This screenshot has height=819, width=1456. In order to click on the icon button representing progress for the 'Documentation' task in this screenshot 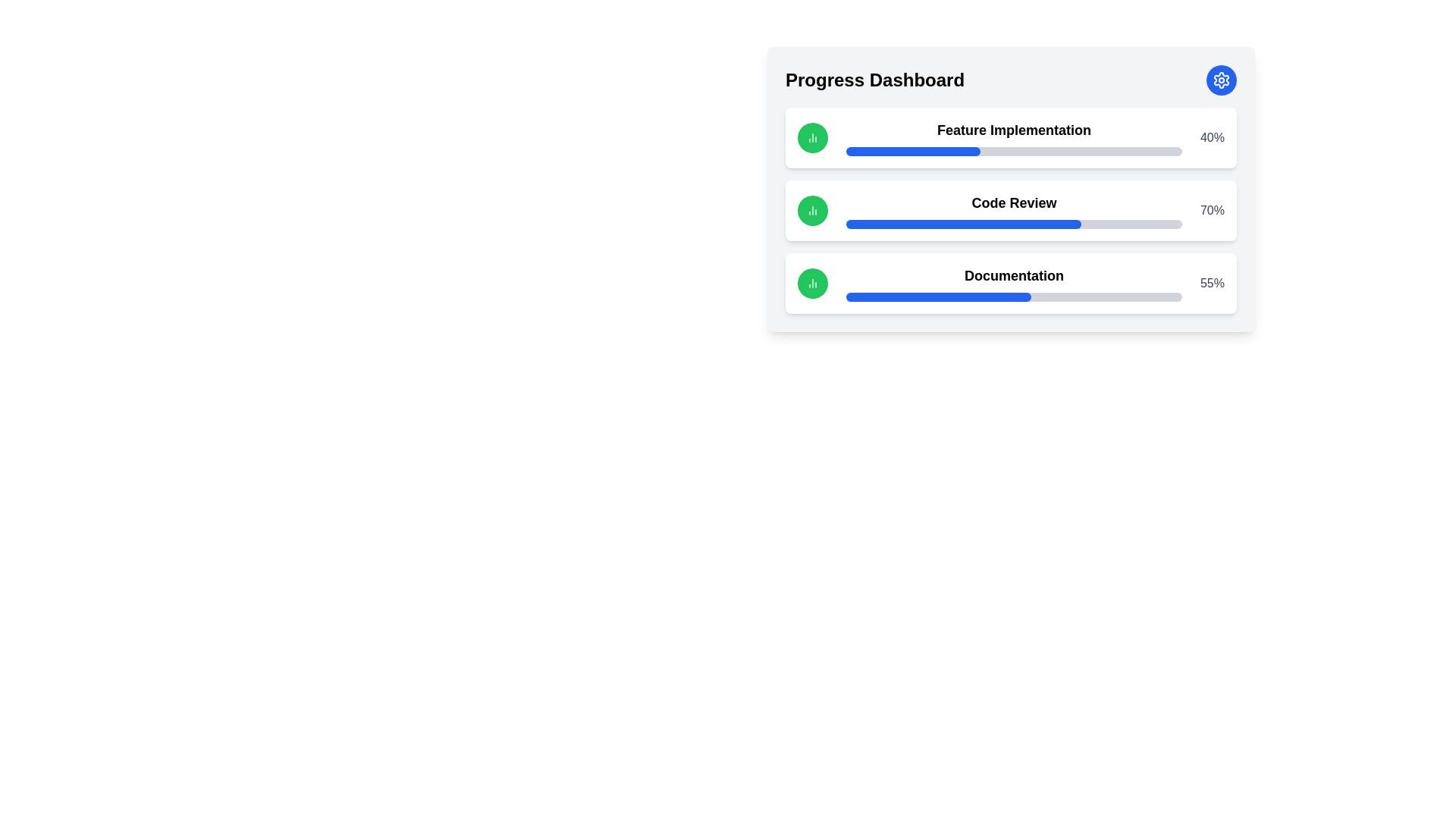, I will do `click(811, 284)`.